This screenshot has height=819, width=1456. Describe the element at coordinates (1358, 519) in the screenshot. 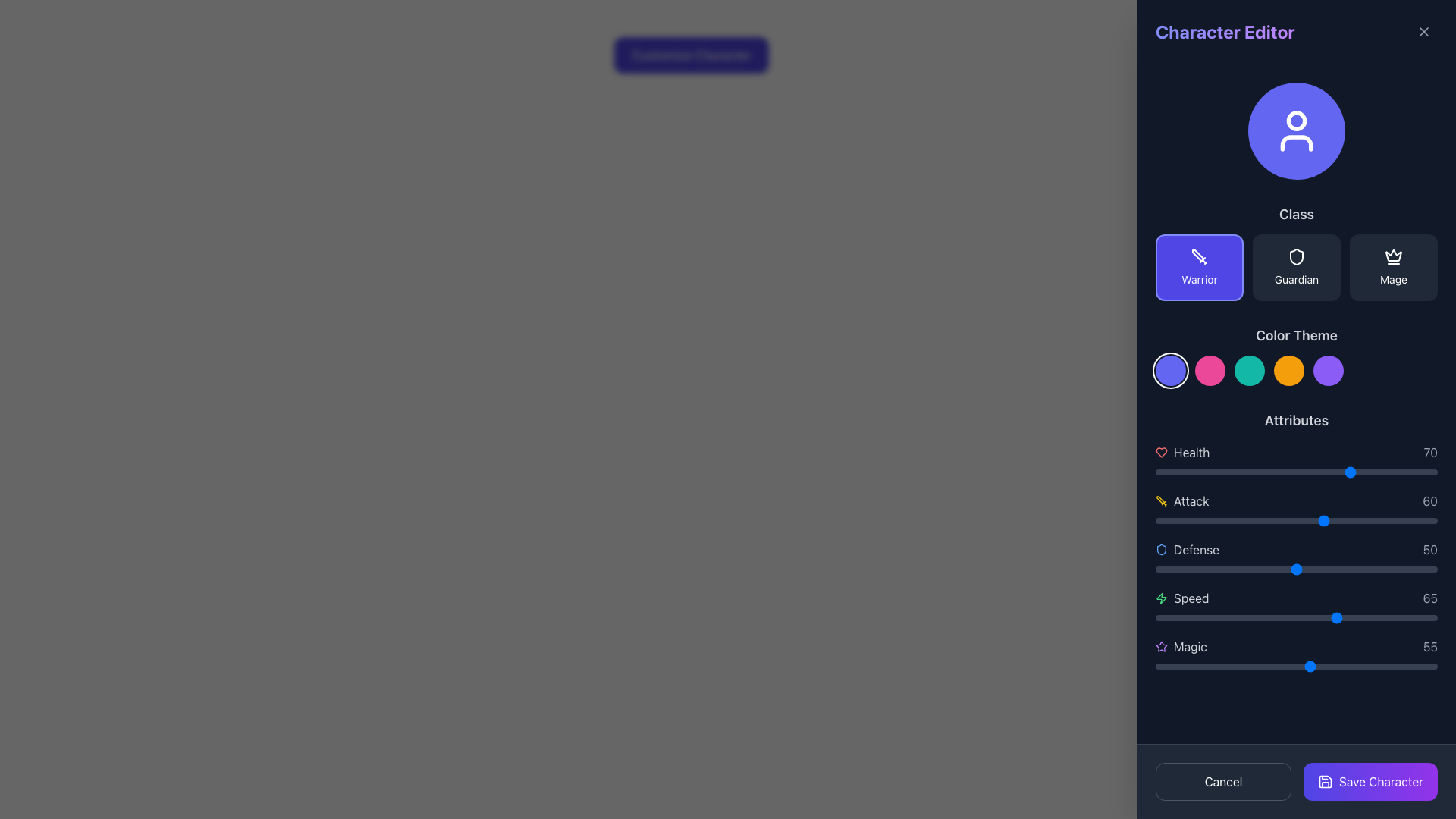

I see `the 'Attack' attribute slider` at that location.